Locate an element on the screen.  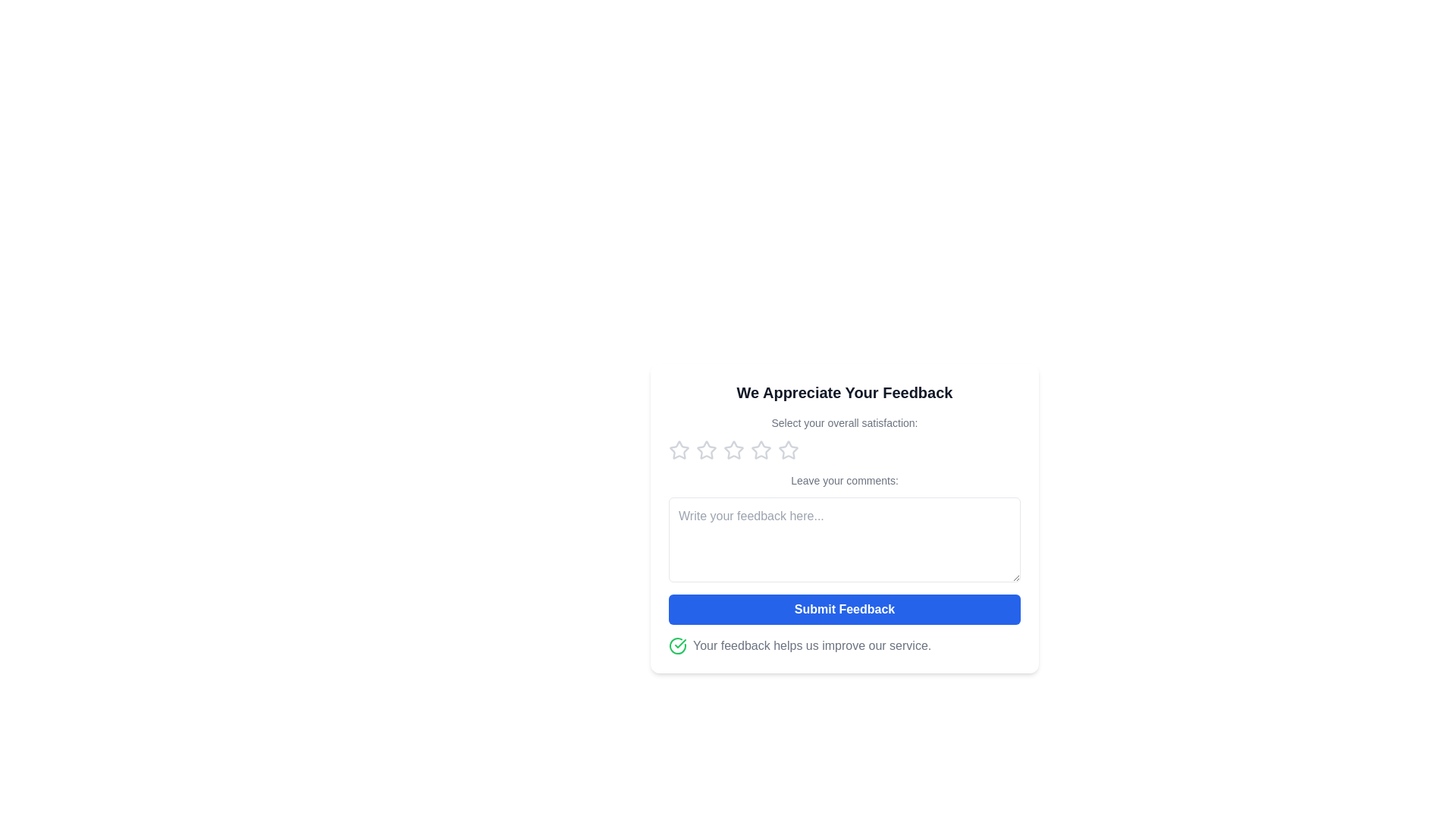
the first star-shaped icon with a light gray outline used for rating purposes is located at coordinates (705, 449).